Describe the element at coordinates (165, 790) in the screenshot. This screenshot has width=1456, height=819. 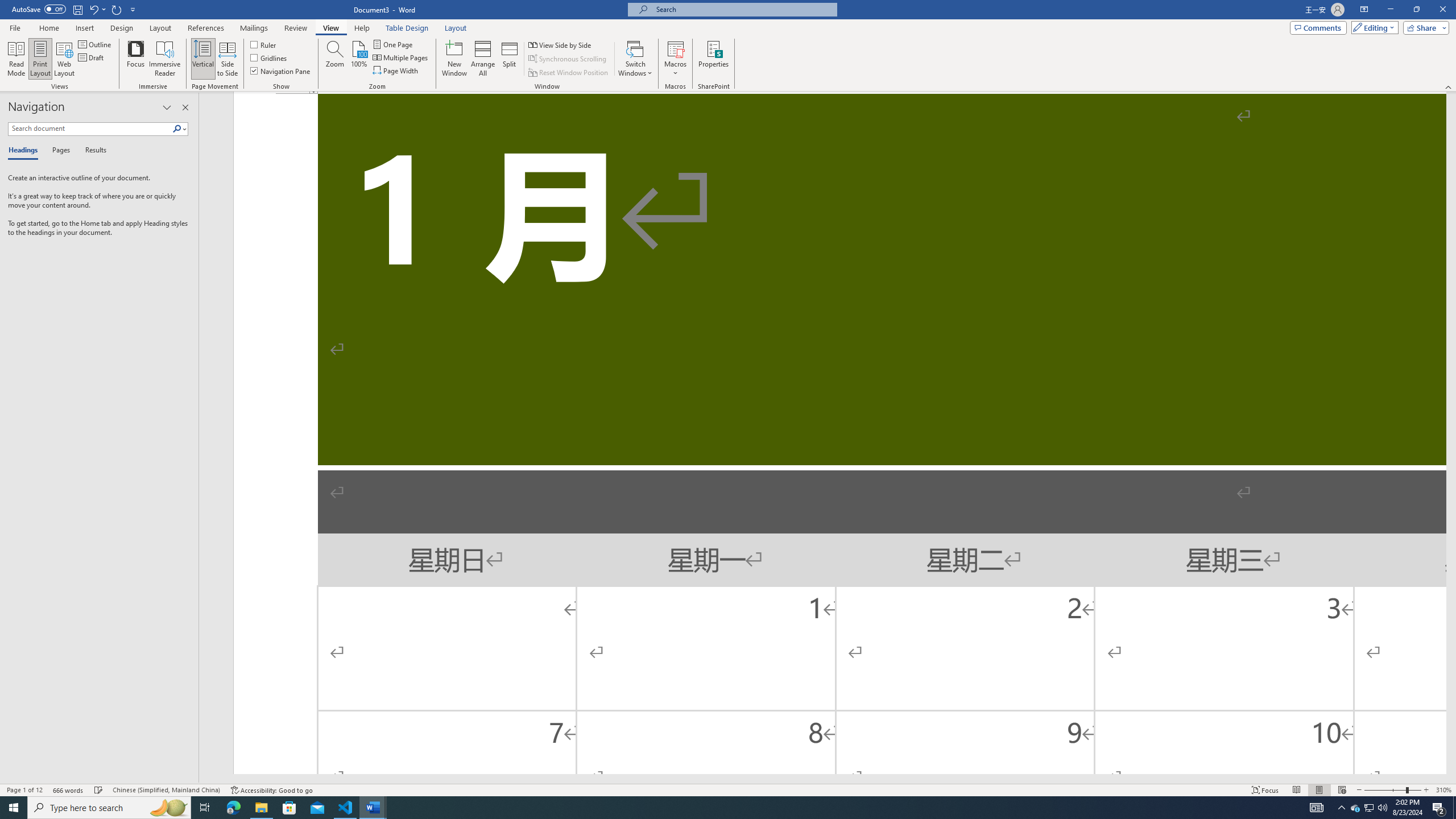
I see `'Language Chinese (Simplified, Mainland China)'` at that location.